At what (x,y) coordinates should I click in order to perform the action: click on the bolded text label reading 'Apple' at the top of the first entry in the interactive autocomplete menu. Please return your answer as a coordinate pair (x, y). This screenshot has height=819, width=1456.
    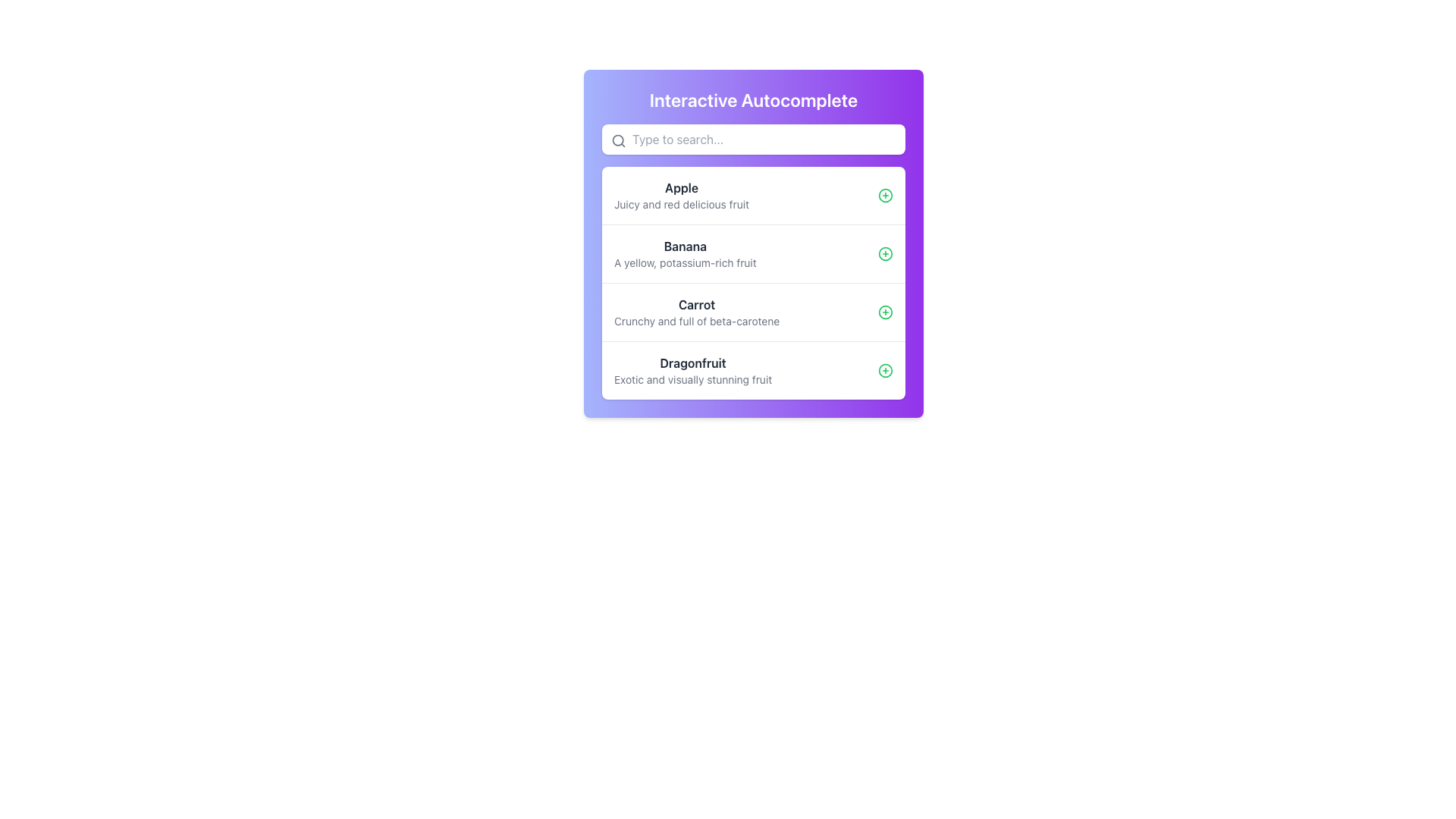
    Looking at the image, I should click on (680, 187).